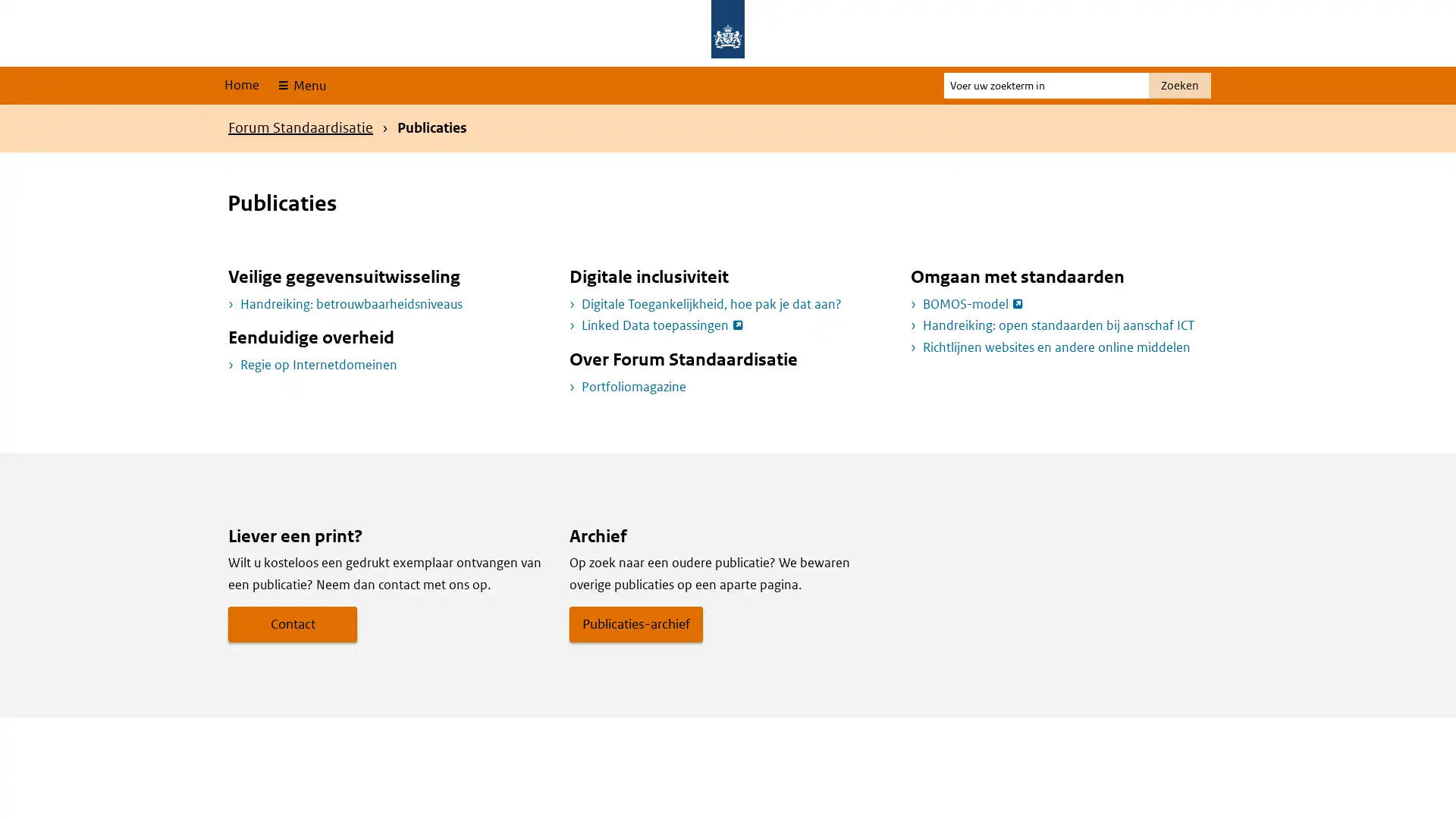 The height and width of the screenshot is (819, 1456). Describe the element at coordinates (1178, 85) in the screenshot. I see `Zoeken` at that location.